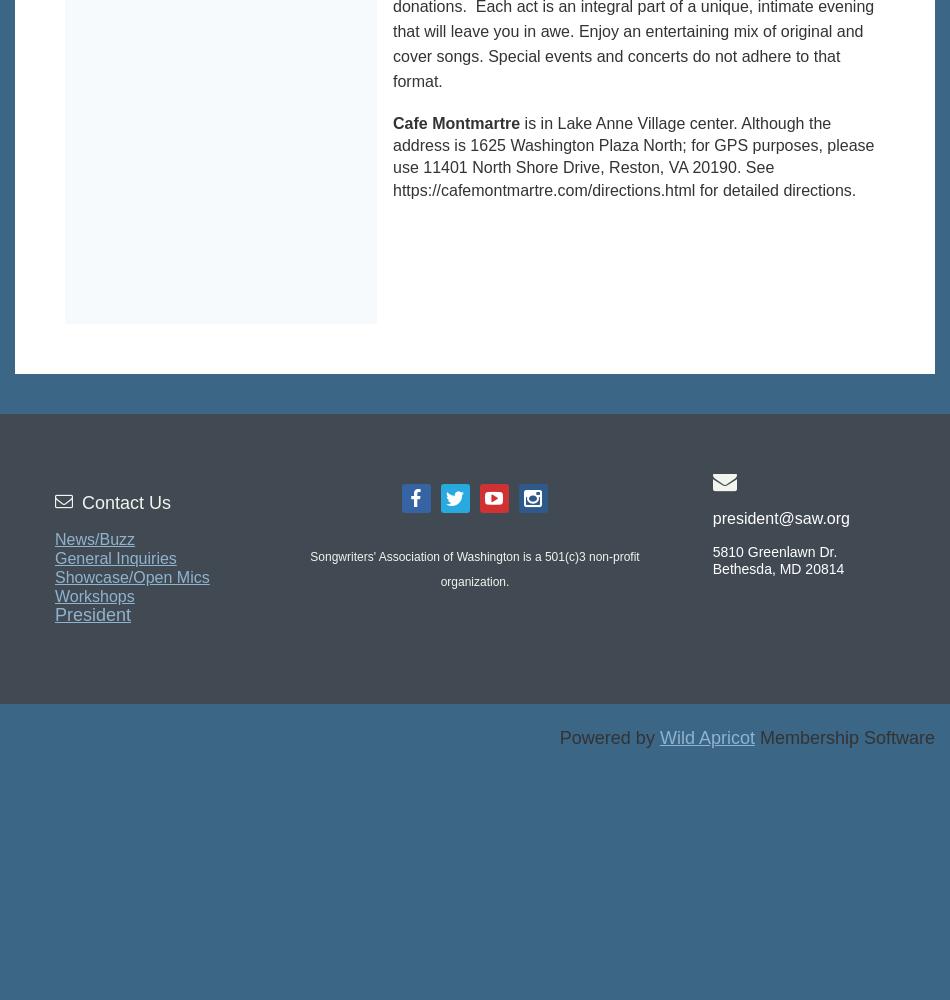 The height and width of the screenshot is (1000, 950). Describe the element at coordinates (131, 575) in the screenshot. I see `'Showcase/Open Mics'` at that location.